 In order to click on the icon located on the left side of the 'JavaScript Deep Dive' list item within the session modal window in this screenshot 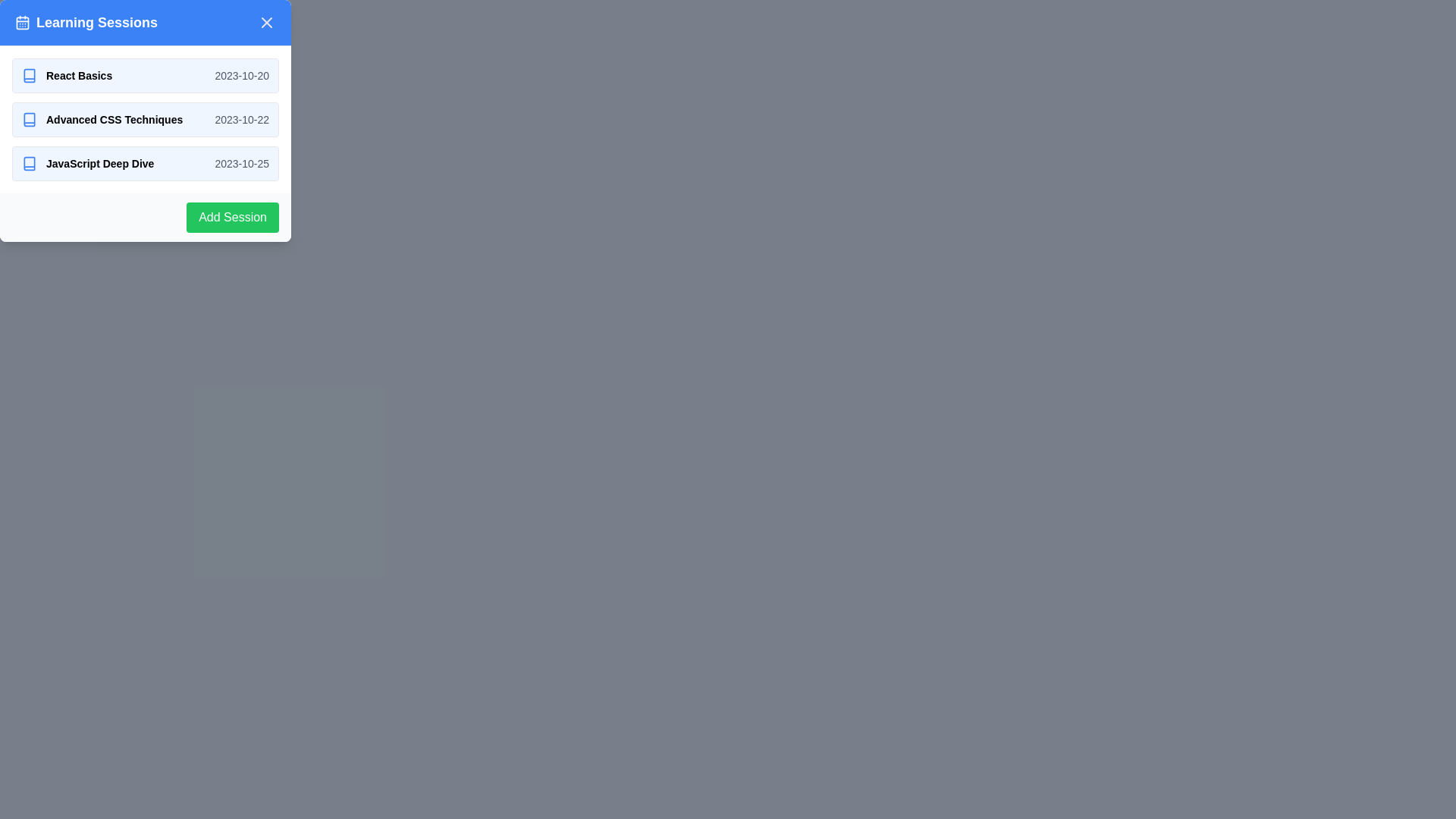, I will do `click(29, 164)`.